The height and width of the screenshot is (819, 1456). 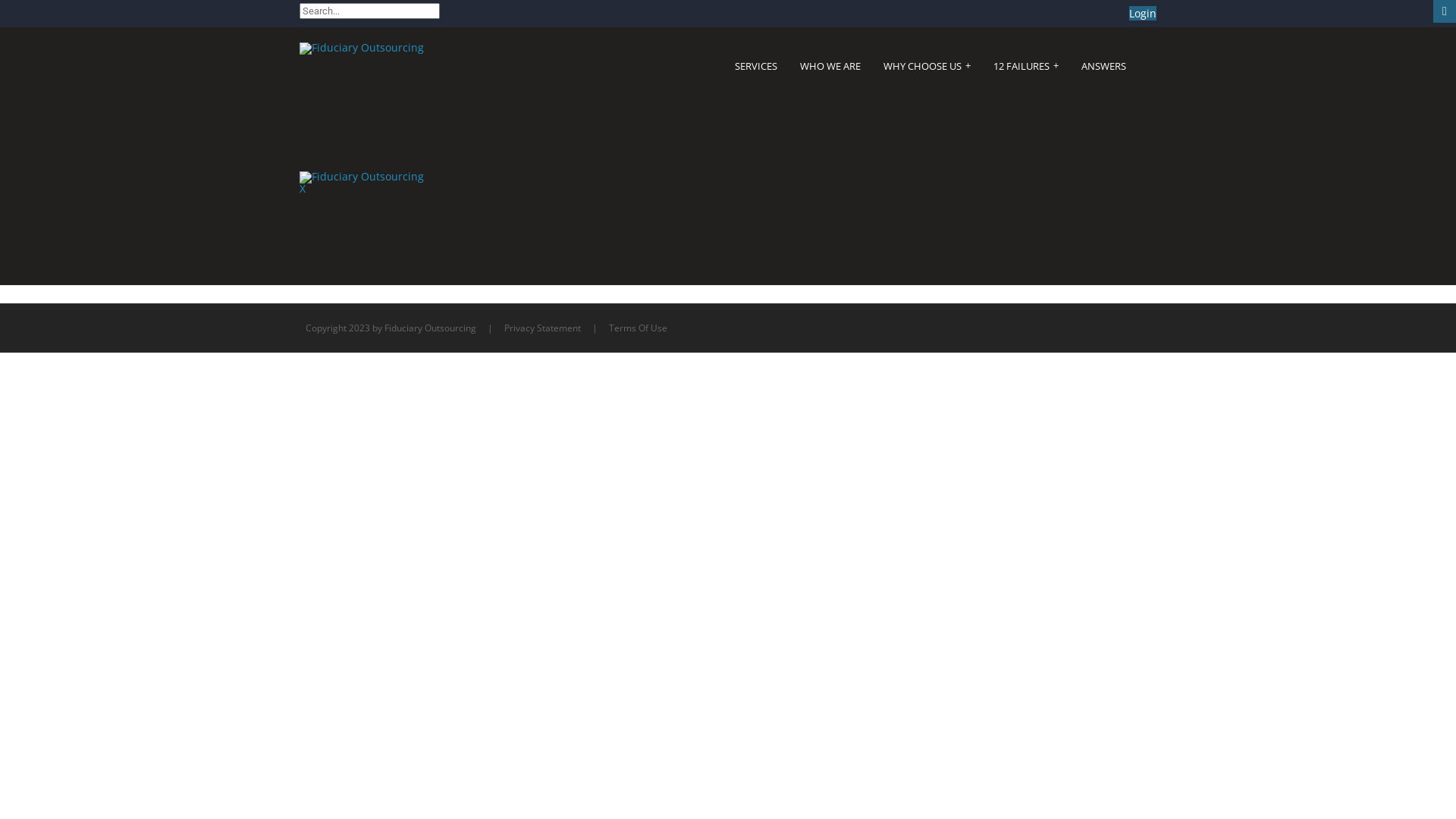 I want to click on 'Terms Of Use', so click(x=638, y=327).